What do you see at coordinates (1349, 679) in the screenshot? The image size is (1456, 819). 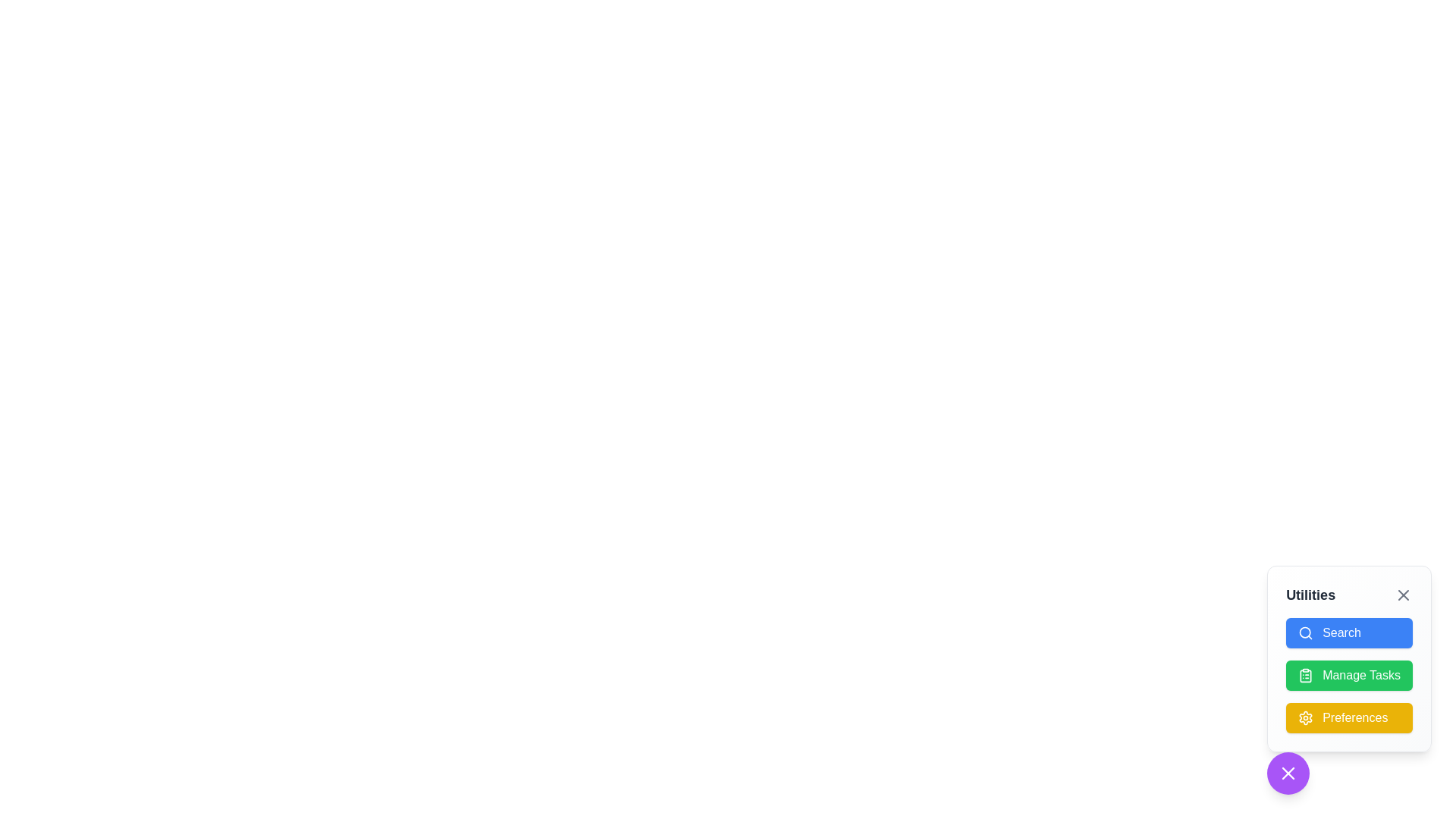 I see `the 'Manage Tasks' button with a green background and rounded edges located in the 'Utilities' popup menu, positioned below the blue 'Search' button and above the yellow 'Preferences' button` at bounding box center [1349, 679].